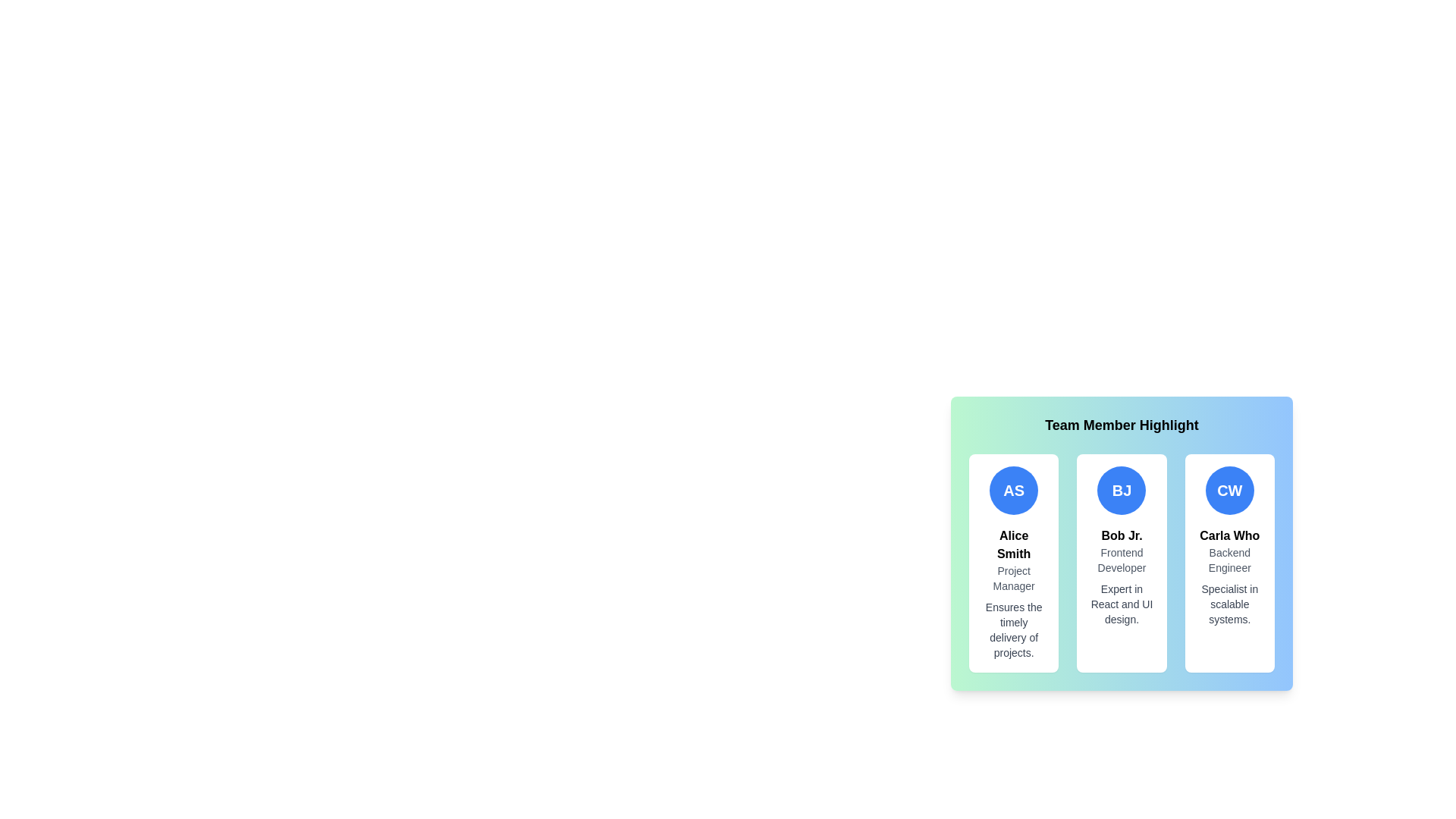 This screenshot has height=819, width=1456. What do you see at coordinates (1122, 604) in the screenshot?
I see `the static text label that describes the skills of 'Bob Jr.' in React and UI design, located beneath the 'Frontend Developer' subtitle in the 'Team Member Highlight' section` at bounding box center [1122, 604].